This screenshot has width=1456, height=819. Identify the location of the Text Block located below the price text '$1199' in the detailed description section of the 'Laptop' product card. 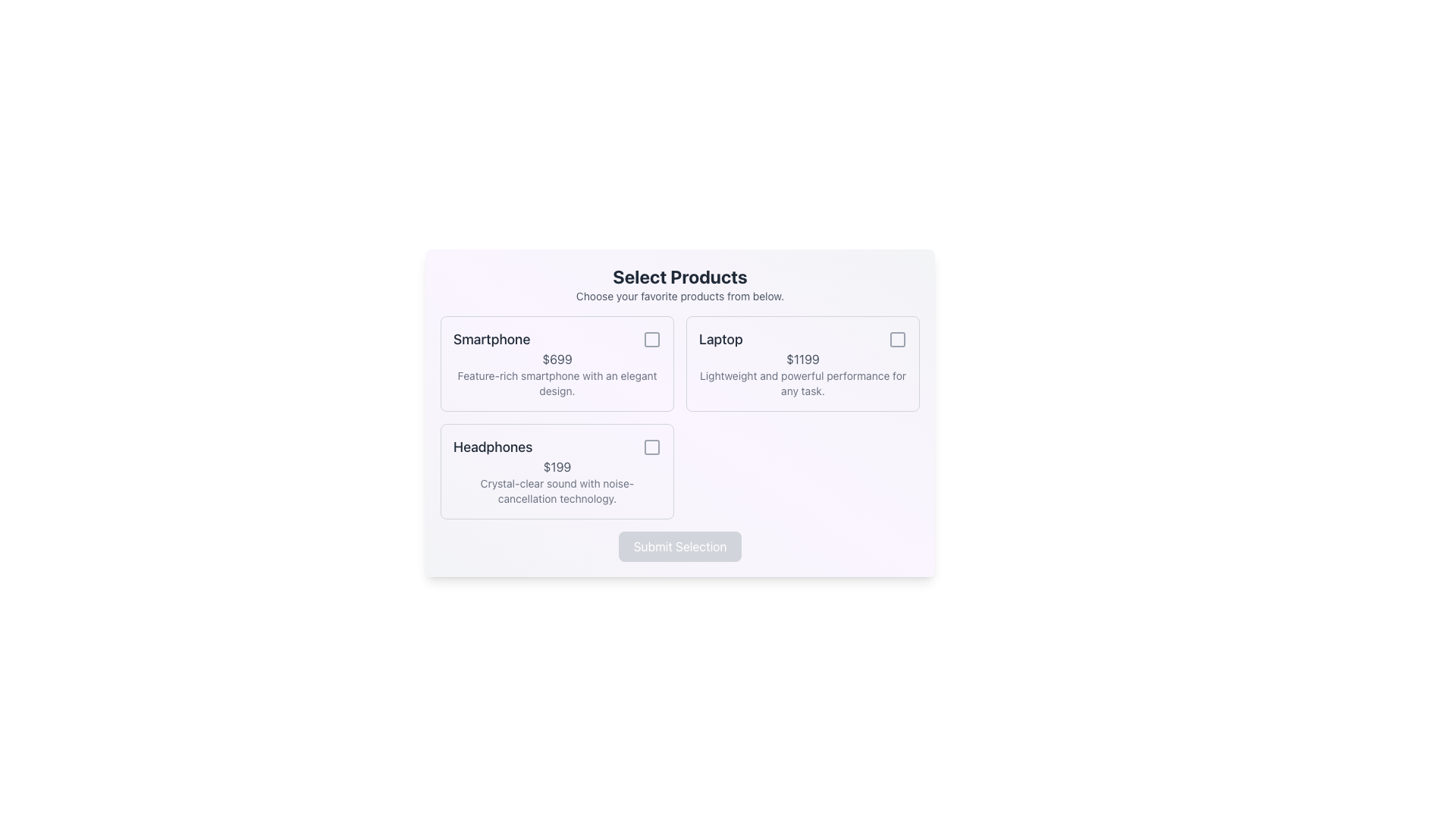
(802, 382).